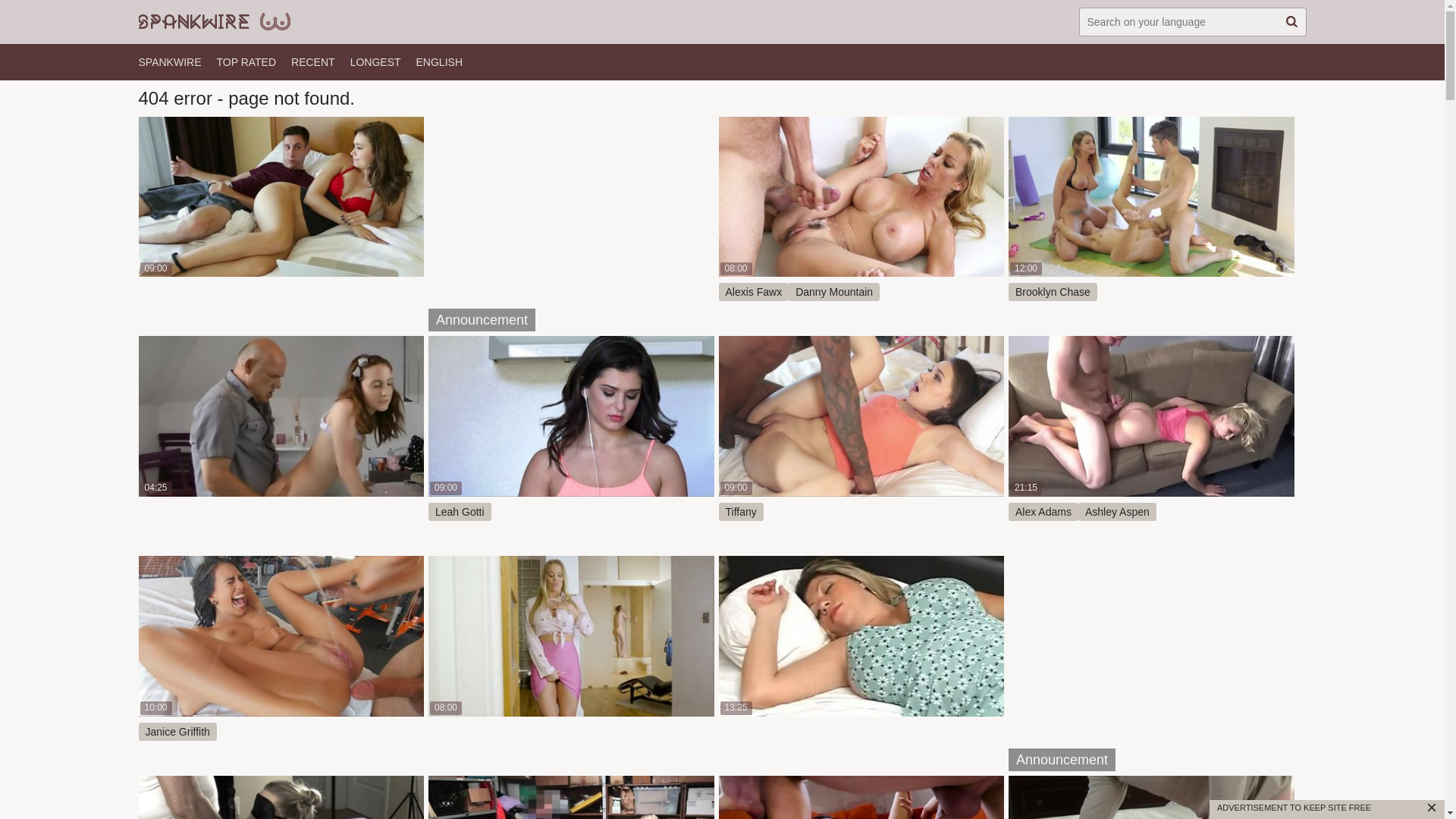 The height and width of the screenshot is (819, 1456). I want to click on 'ENGLISH', so click(416, 61).